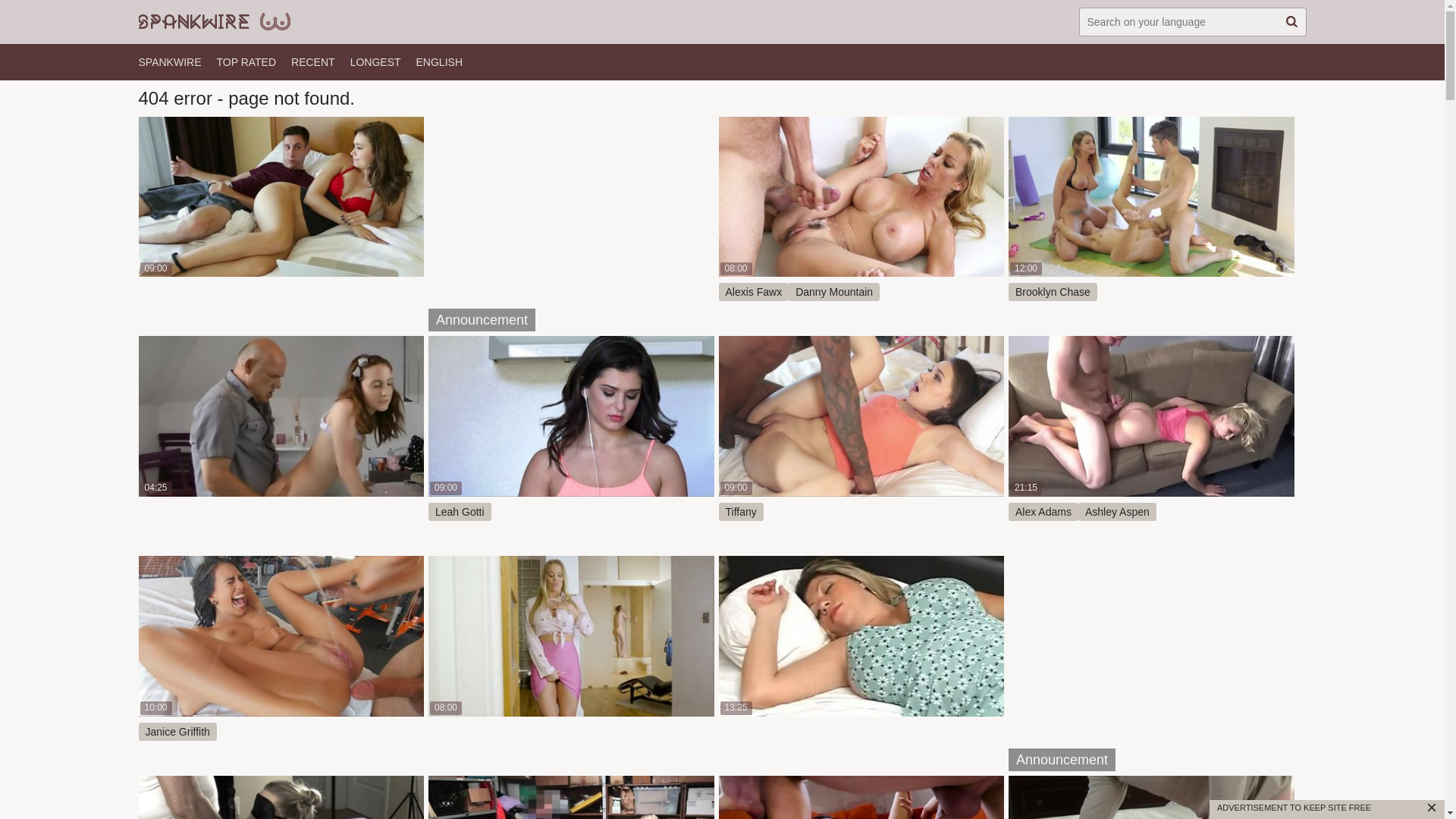 The height and width of the screenshot is (819, 1456). I want to click on 'ENGLISH', so click(416, 61).